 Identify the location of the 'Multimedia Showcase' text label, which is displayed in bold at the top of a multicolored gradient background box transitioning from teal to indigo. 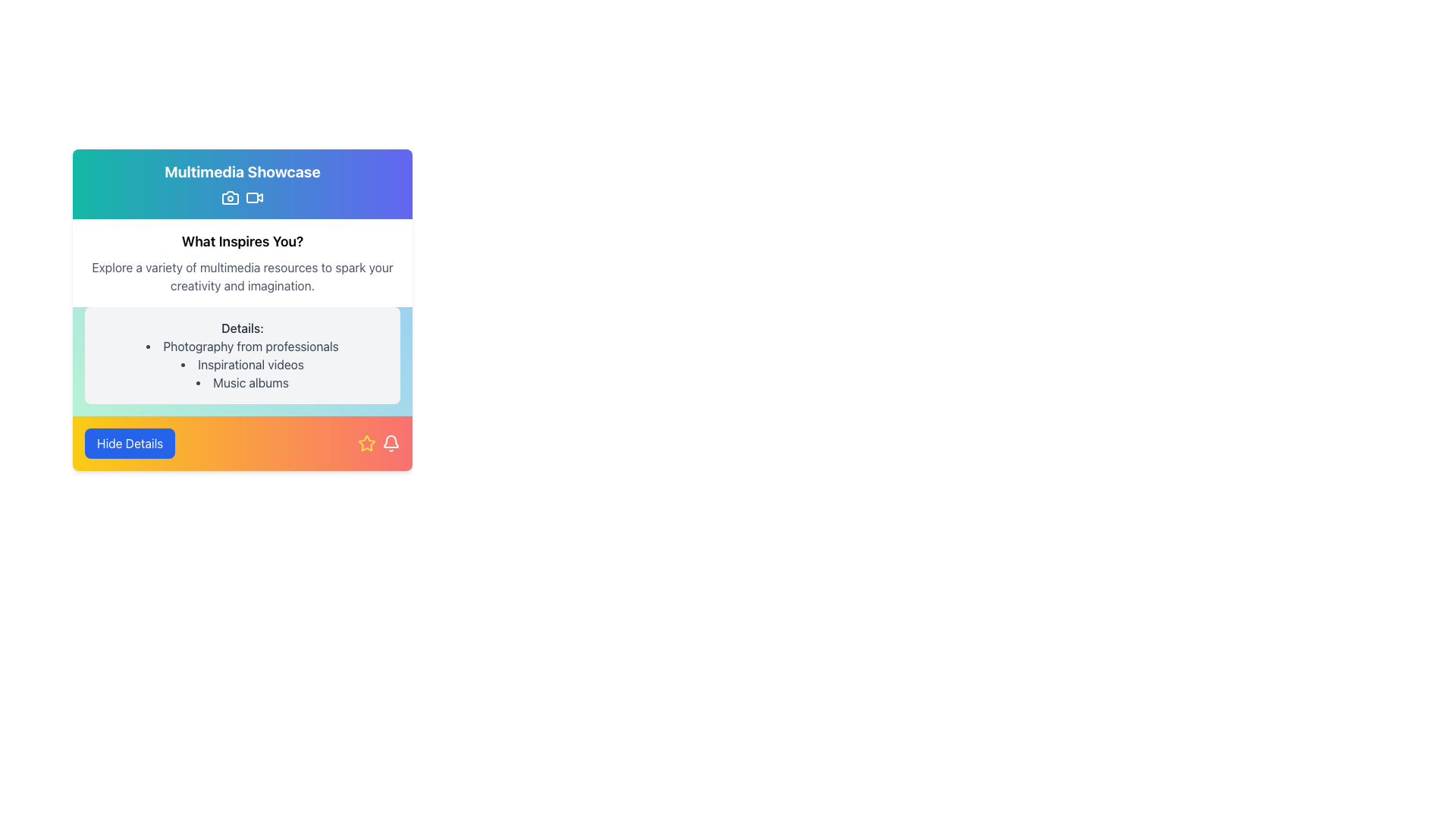
(243, 171).